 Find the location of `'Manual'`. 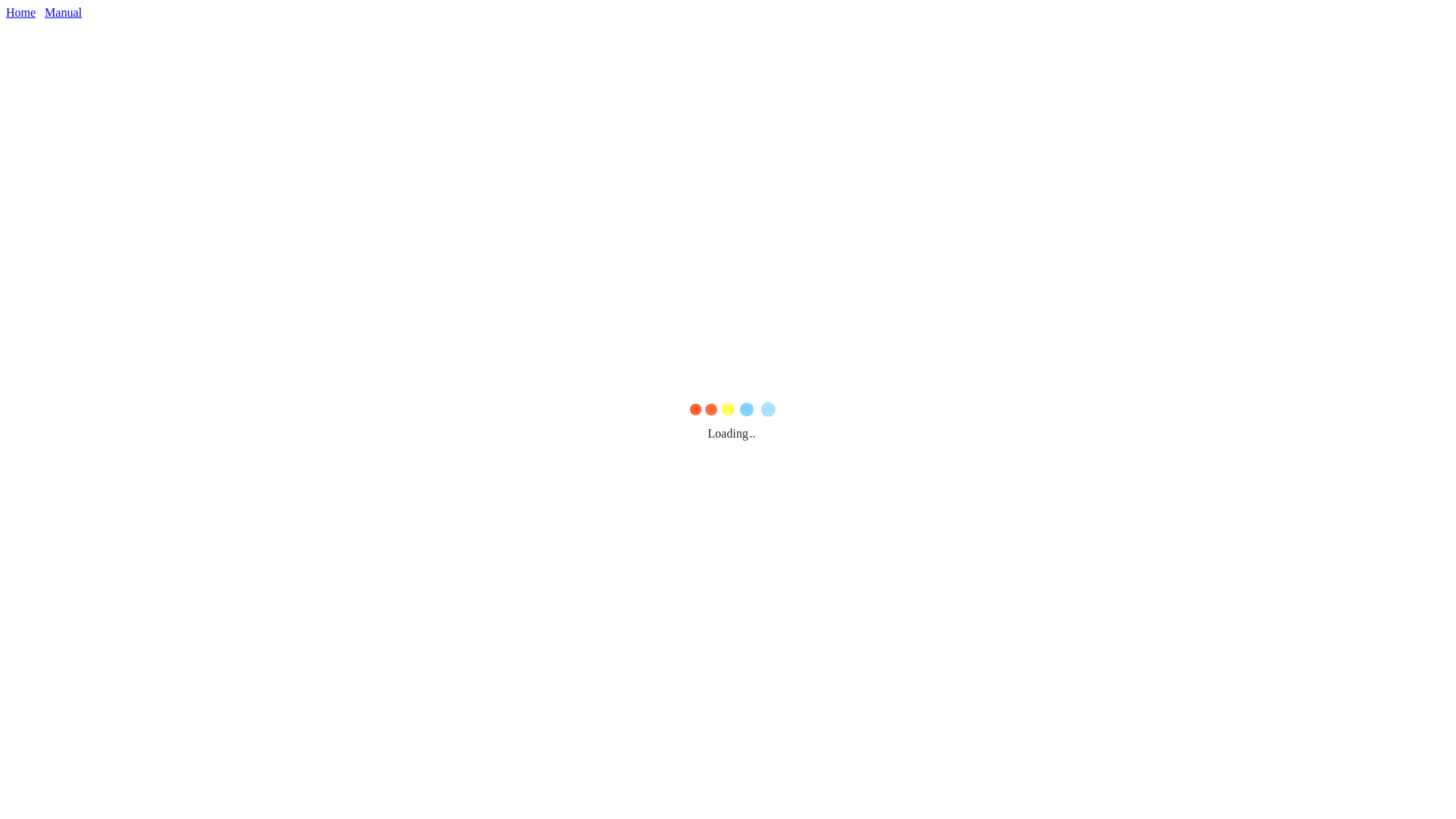

'Manual' is located at coordinates (62, 12).